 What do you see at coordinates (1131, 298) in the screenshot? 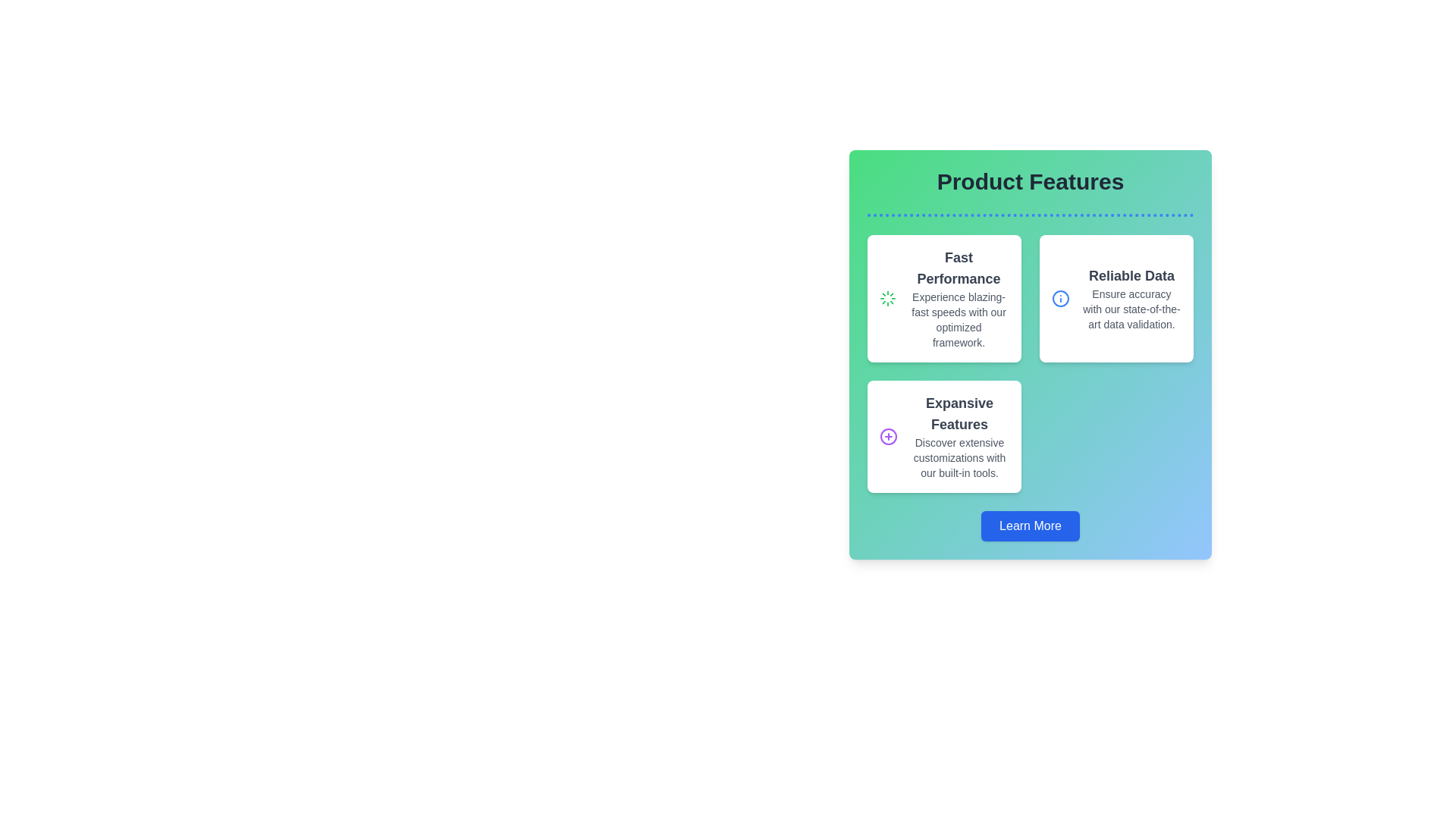
I see `text content of the information display Text block located in the top-right quadrant of the 'Product Features' section of the card-style layout` at bounding box center [1131, 298].